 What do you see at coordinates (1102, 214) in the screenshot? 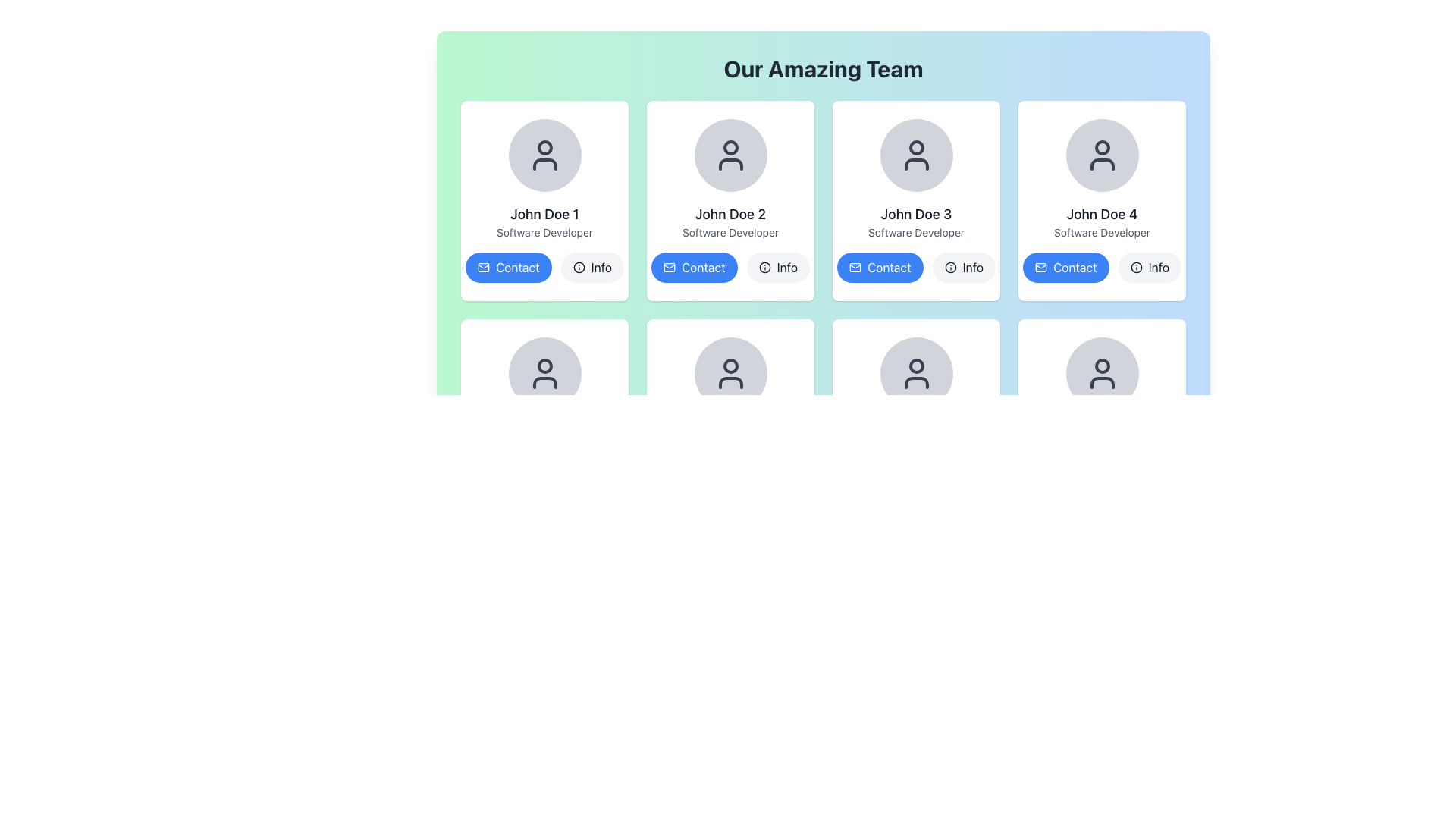
I see `the label text 'John Doe 4' which is the title in the fourth profile card, positioned above the secondary description 'Software Developer' and between the avatar icon and the description` at bounding box center [1102, 214].